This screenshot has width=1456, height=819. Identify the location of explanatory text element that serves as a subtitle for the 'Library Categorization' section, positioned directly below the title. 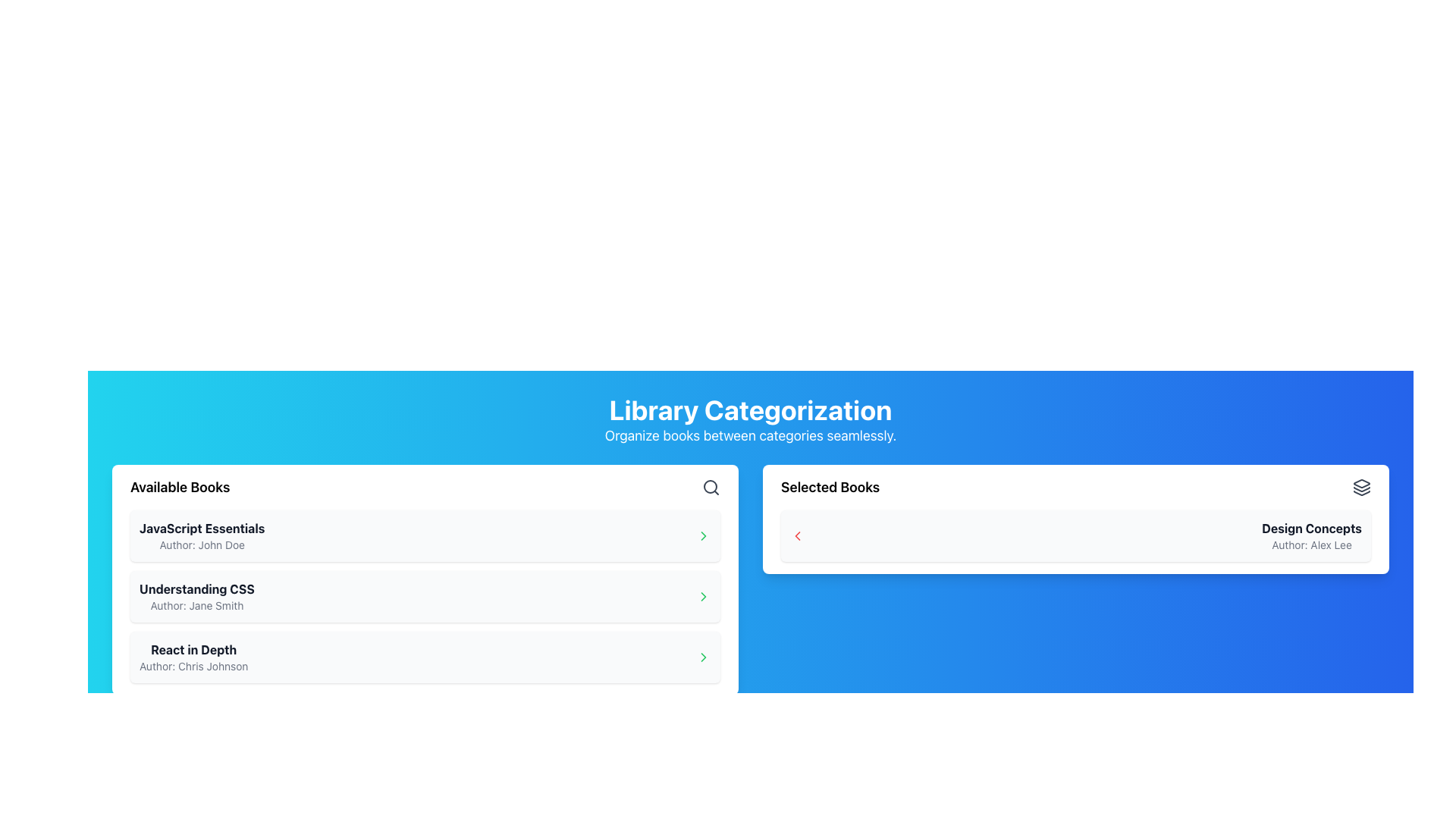
(750, 435).